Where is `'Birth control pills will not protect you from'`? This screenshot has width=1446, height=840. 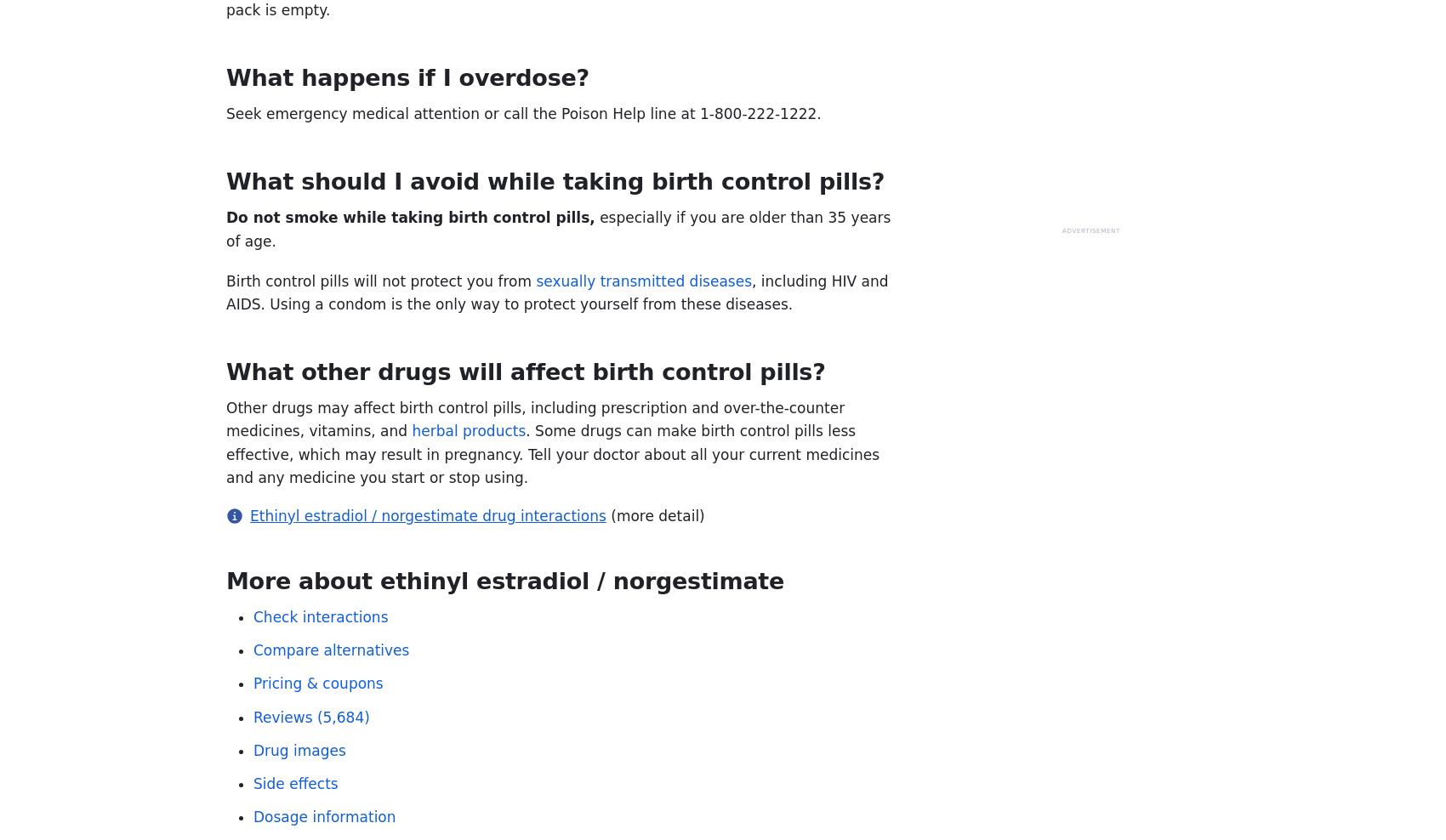 'Birth control pills will not protect you from' is located at coordinates (380, 280).